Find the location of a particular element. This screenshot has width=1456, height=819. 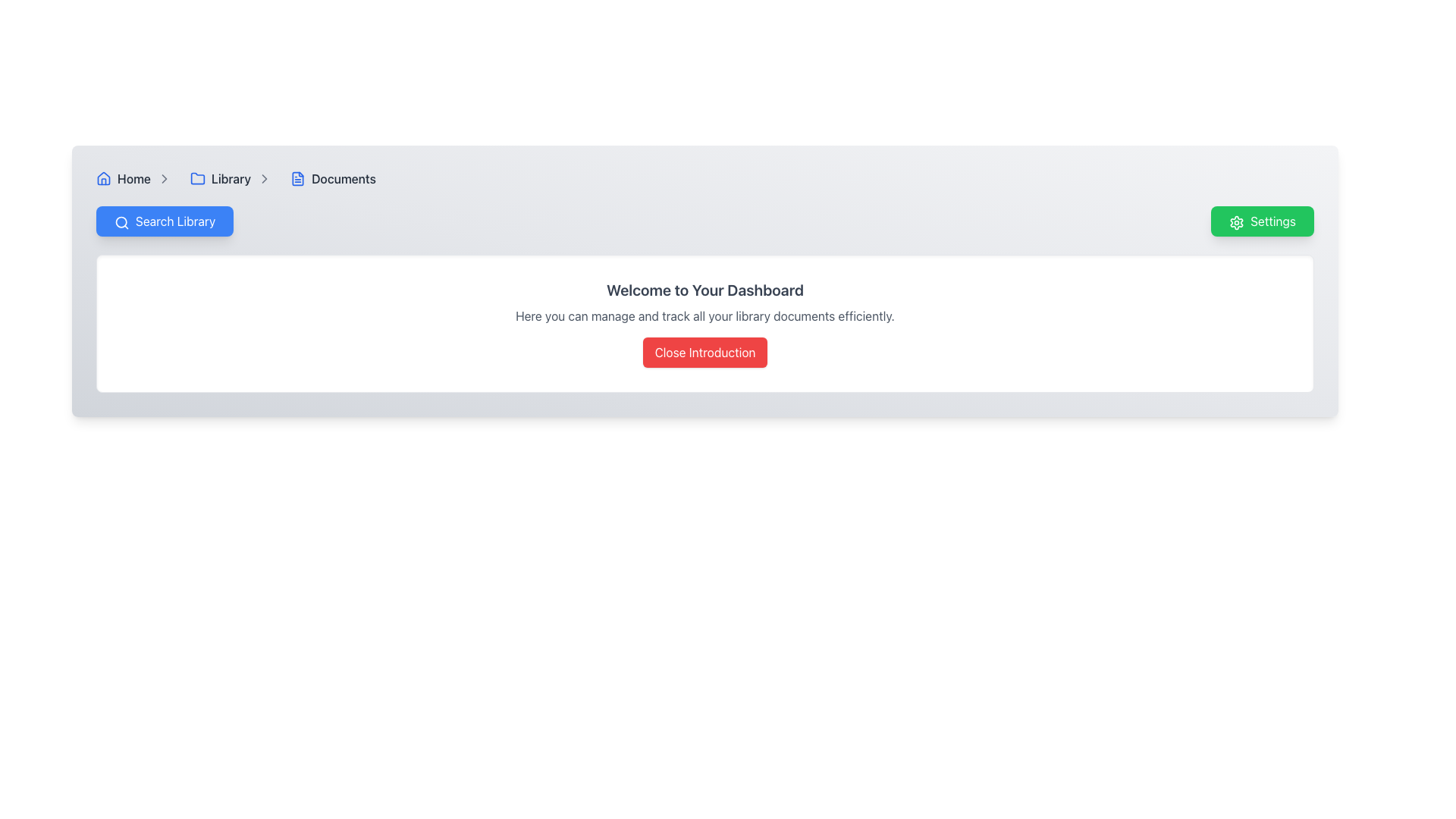

the Breadcrumb navigation item labeled 'Documents' which is the third item in the breadcrumb bar, following 'Home' and 'Library' is located at coordinates (332, 177).